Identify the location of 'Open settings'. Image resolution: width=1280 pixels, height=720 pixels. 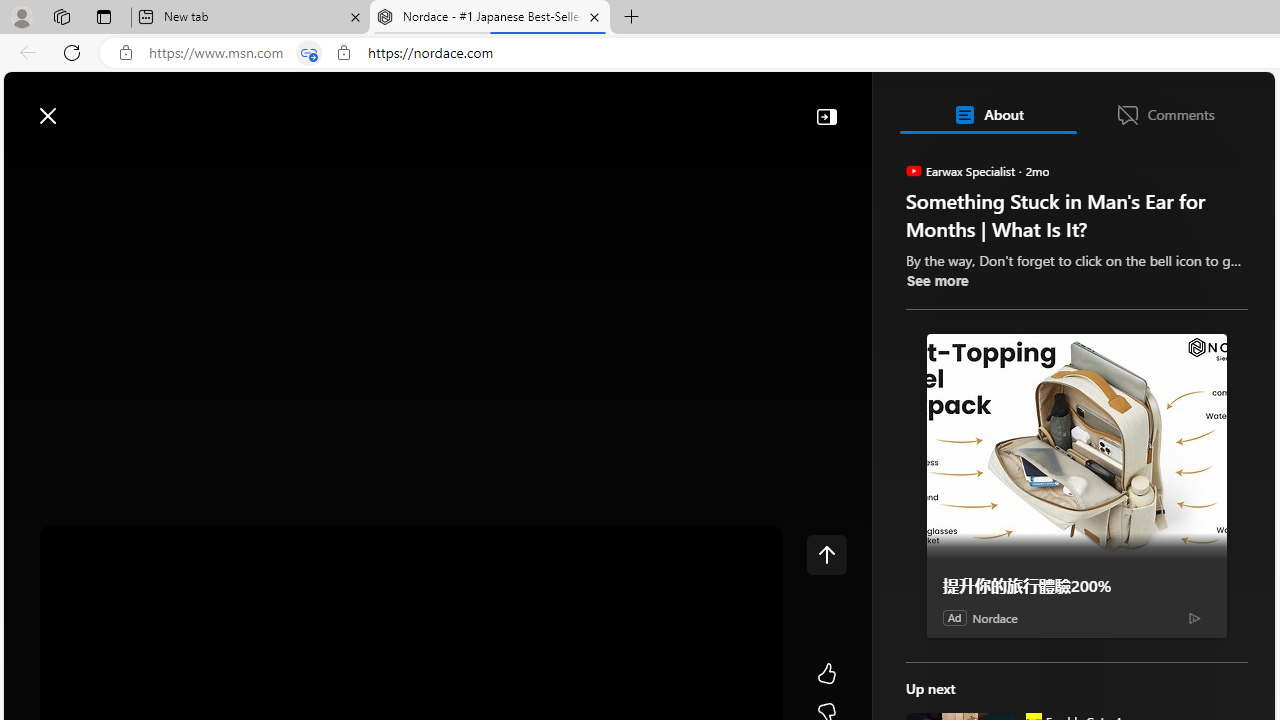
(1229, 105).